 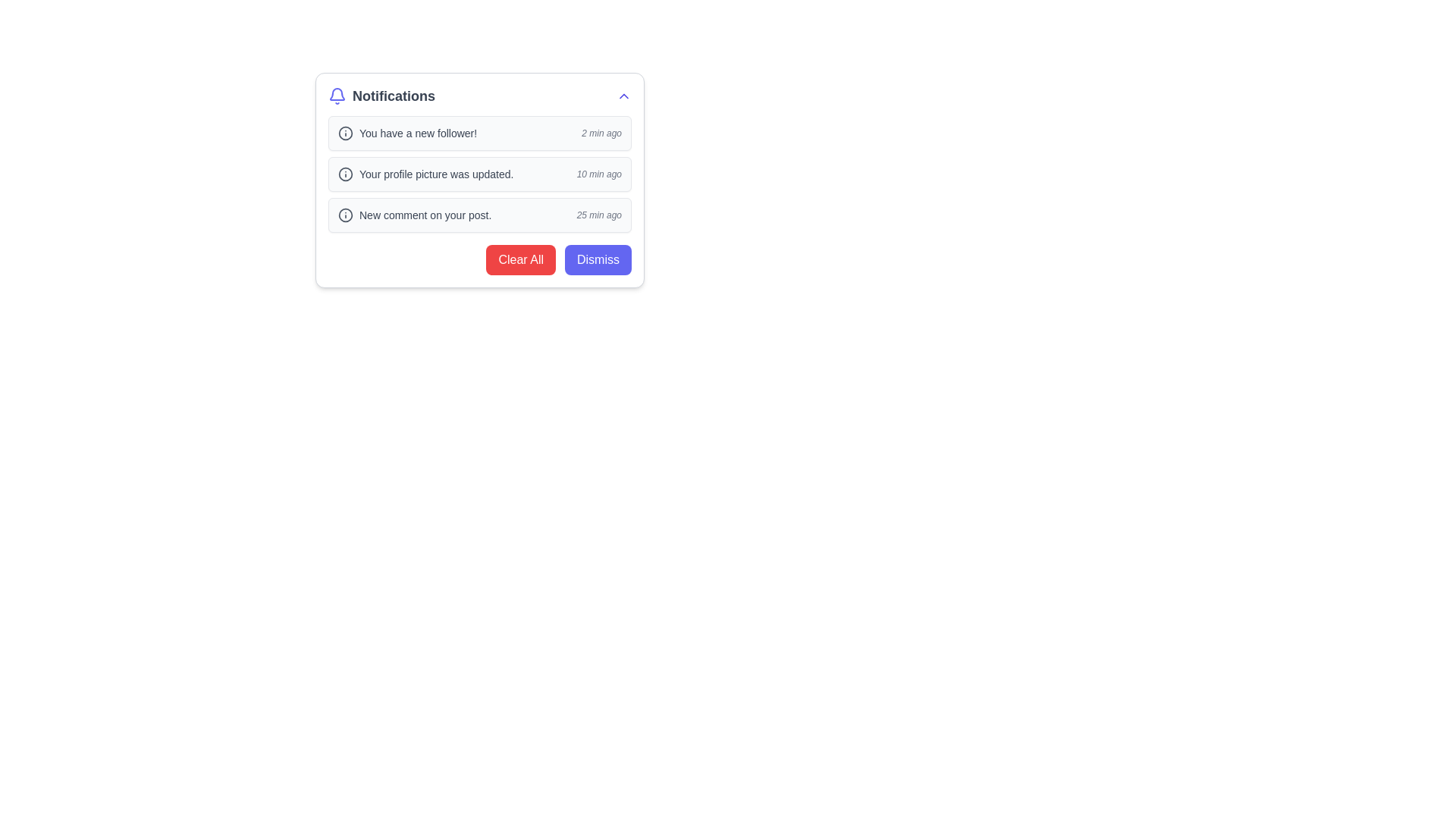 I want to click on the text element that notifies the user about the recent update to their profile picture, located in the second notification of the notification component, so click(x=425, y=174).